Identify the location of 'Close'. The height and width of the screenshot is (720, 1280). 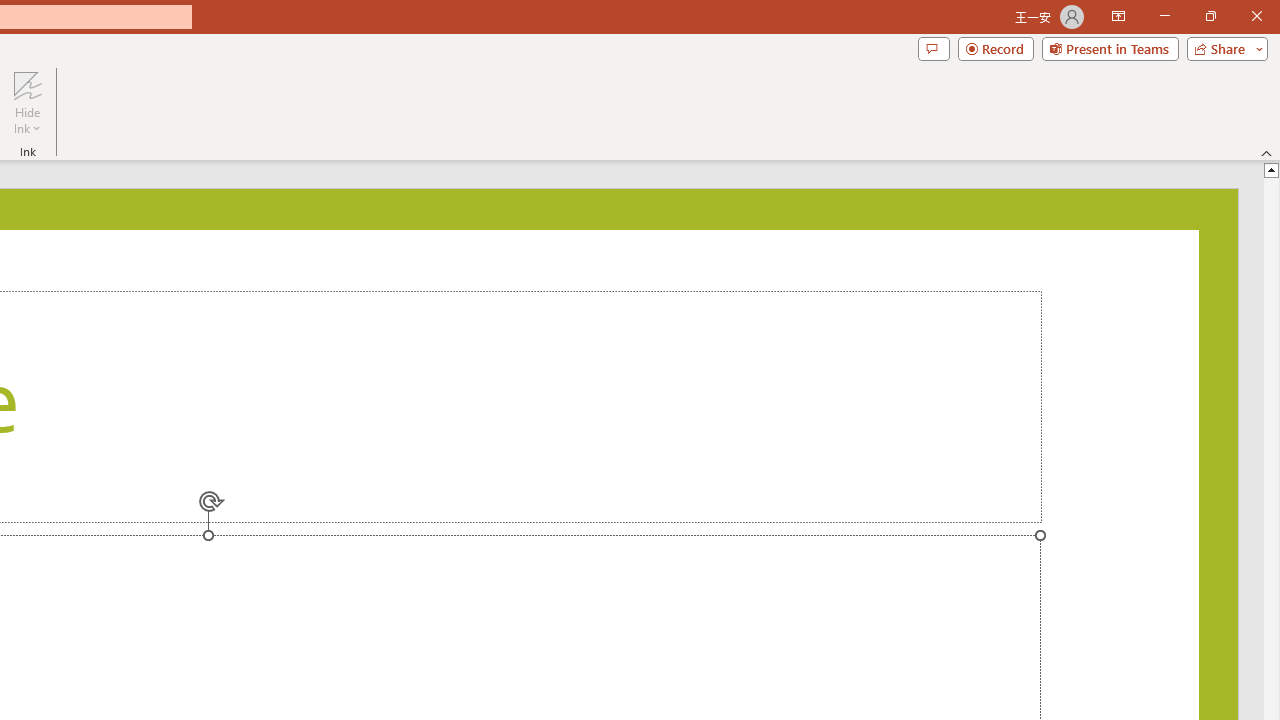
(1255, 16).